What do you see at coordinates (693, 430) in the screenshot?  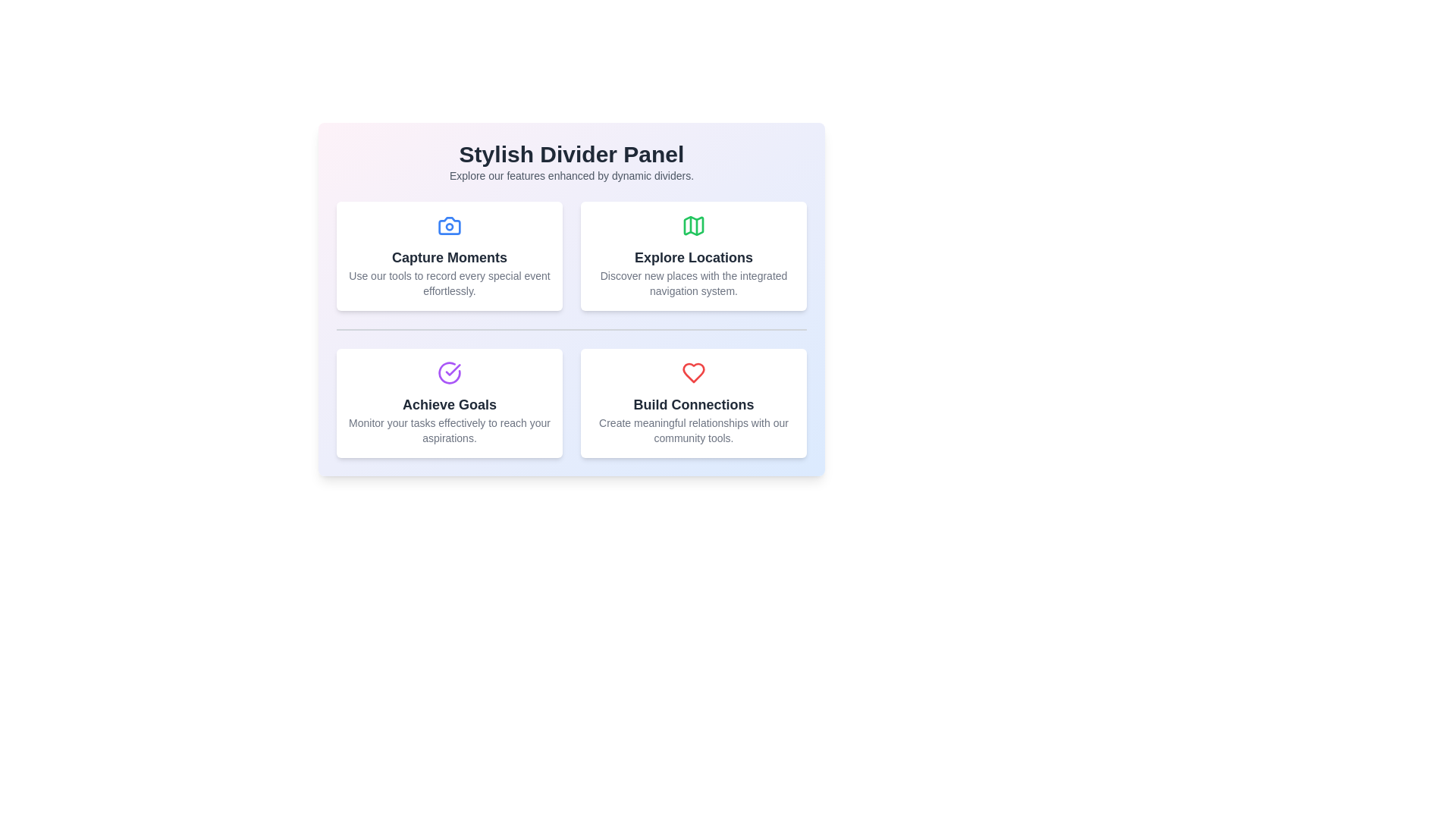 I see `text label that says 'Create meaningful relationships with our community tools.' located at the bottom of the 'Build Connections' card in the bottom-right corner of the main layout grid` at bounding box center [693, 430].